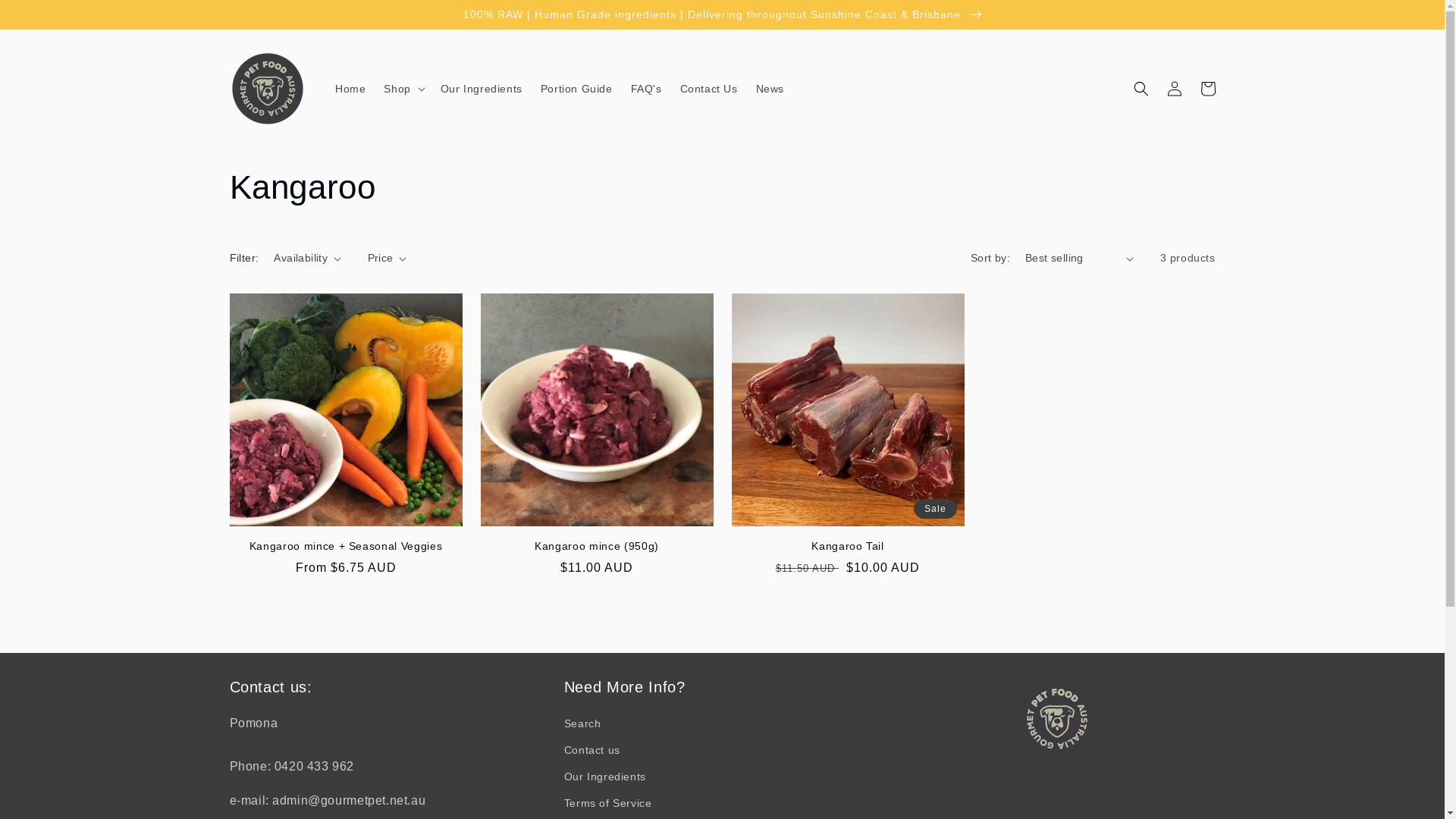 The height and width of the screenshot is (819, 1456). What do you see at coordinates (349, 88) in the screenshot?
I see `'Home'` at bounding box center [349, 88].